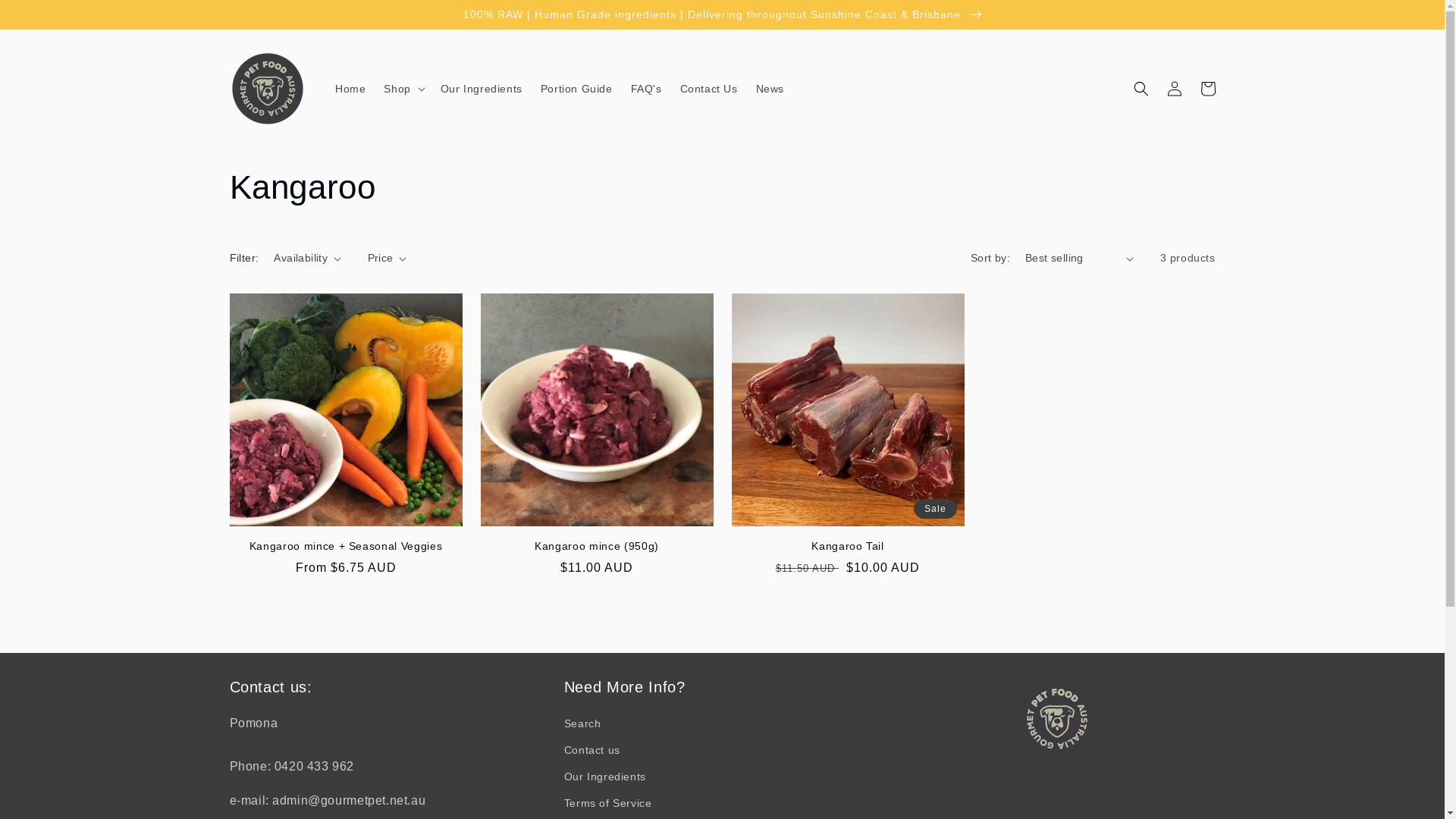 The height and width of the screenshot is (819, 1456). What do you see at coordinates (349, 88) in the screenshot?
I see `'Home'` at bounding box center [349, 88].